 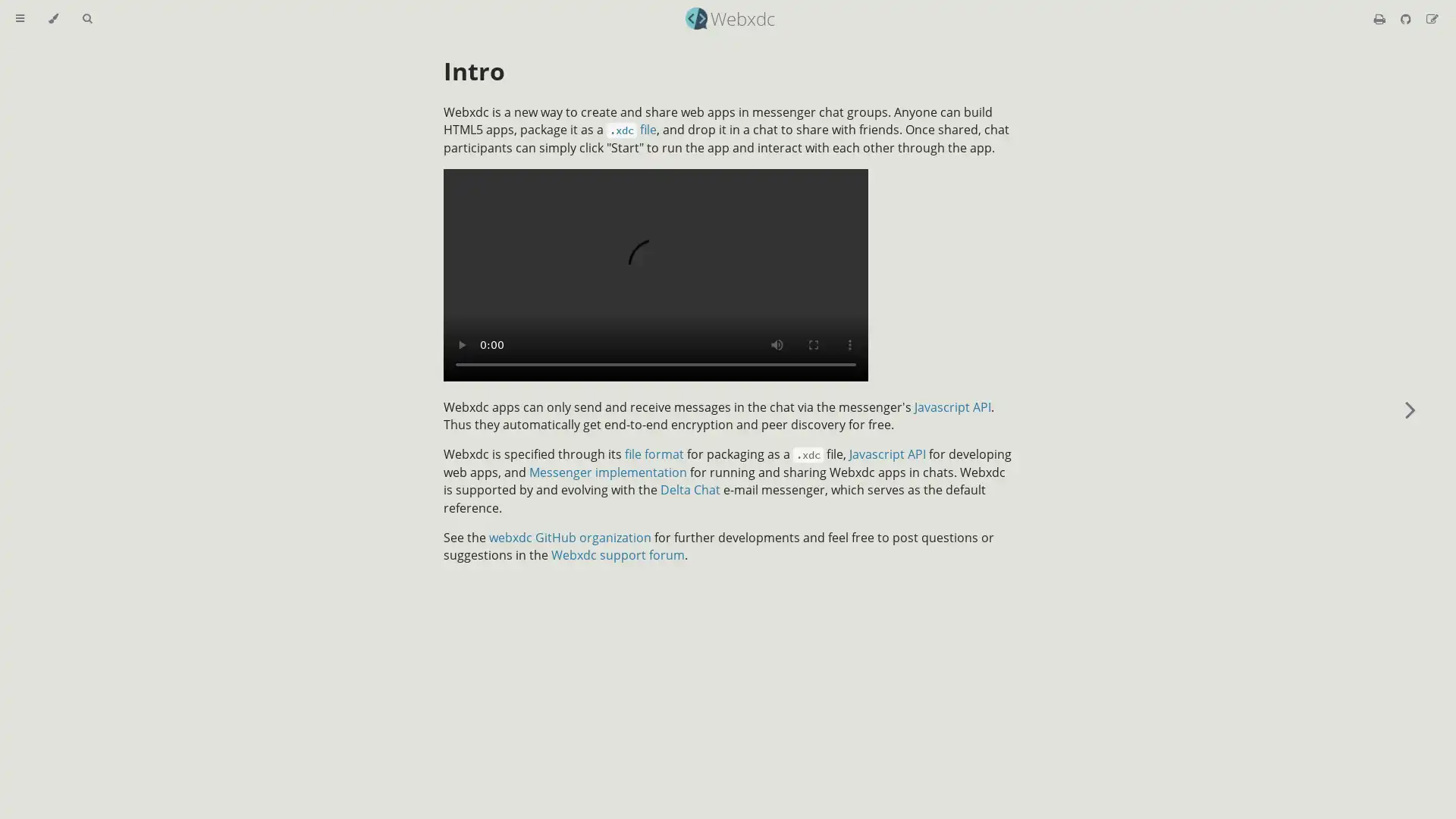 I want to click on enter full screen, so click(x=813, y=345).